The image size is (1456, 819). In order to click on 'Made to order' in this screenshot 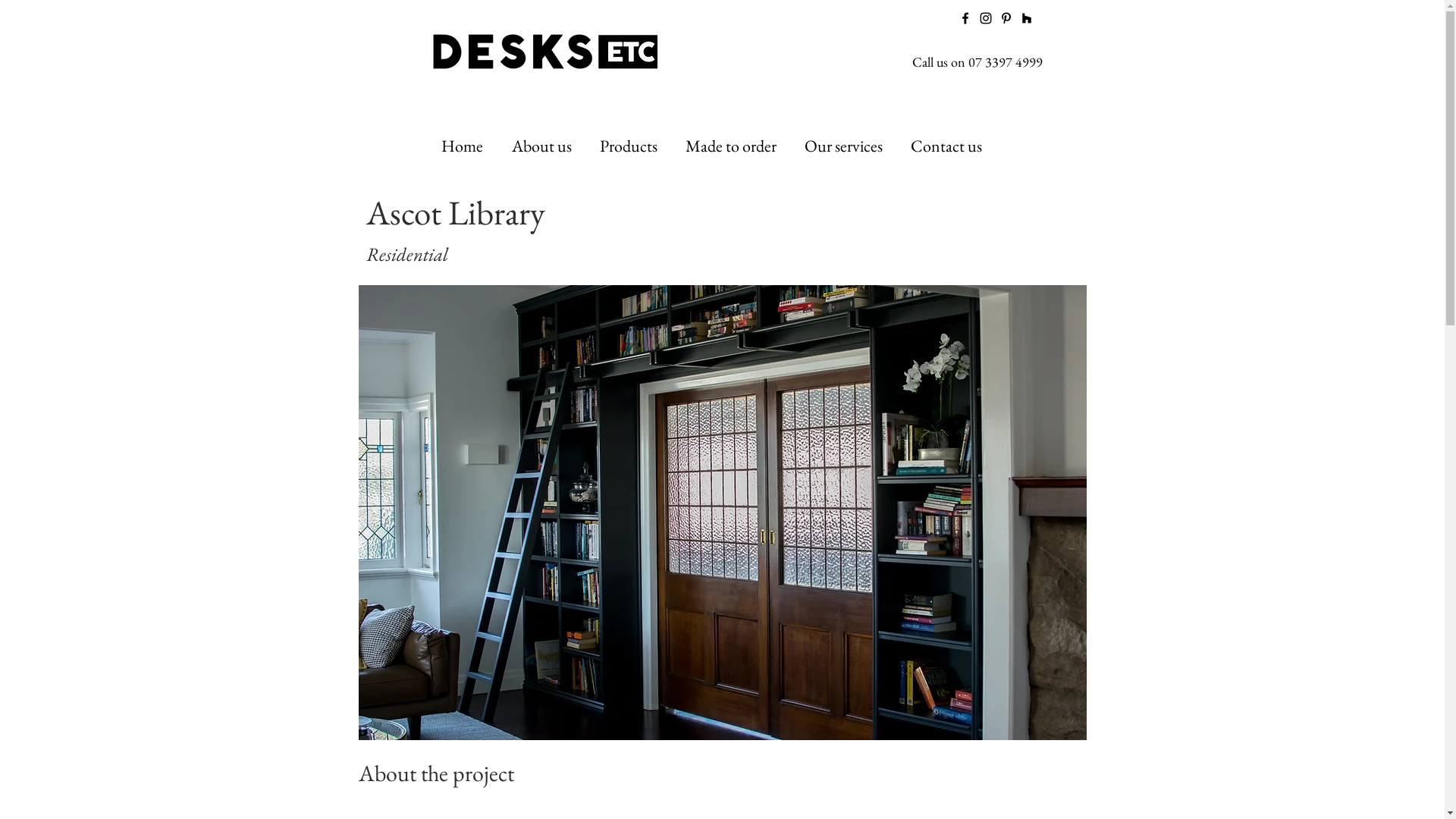, I will do `click(733, 146)`.